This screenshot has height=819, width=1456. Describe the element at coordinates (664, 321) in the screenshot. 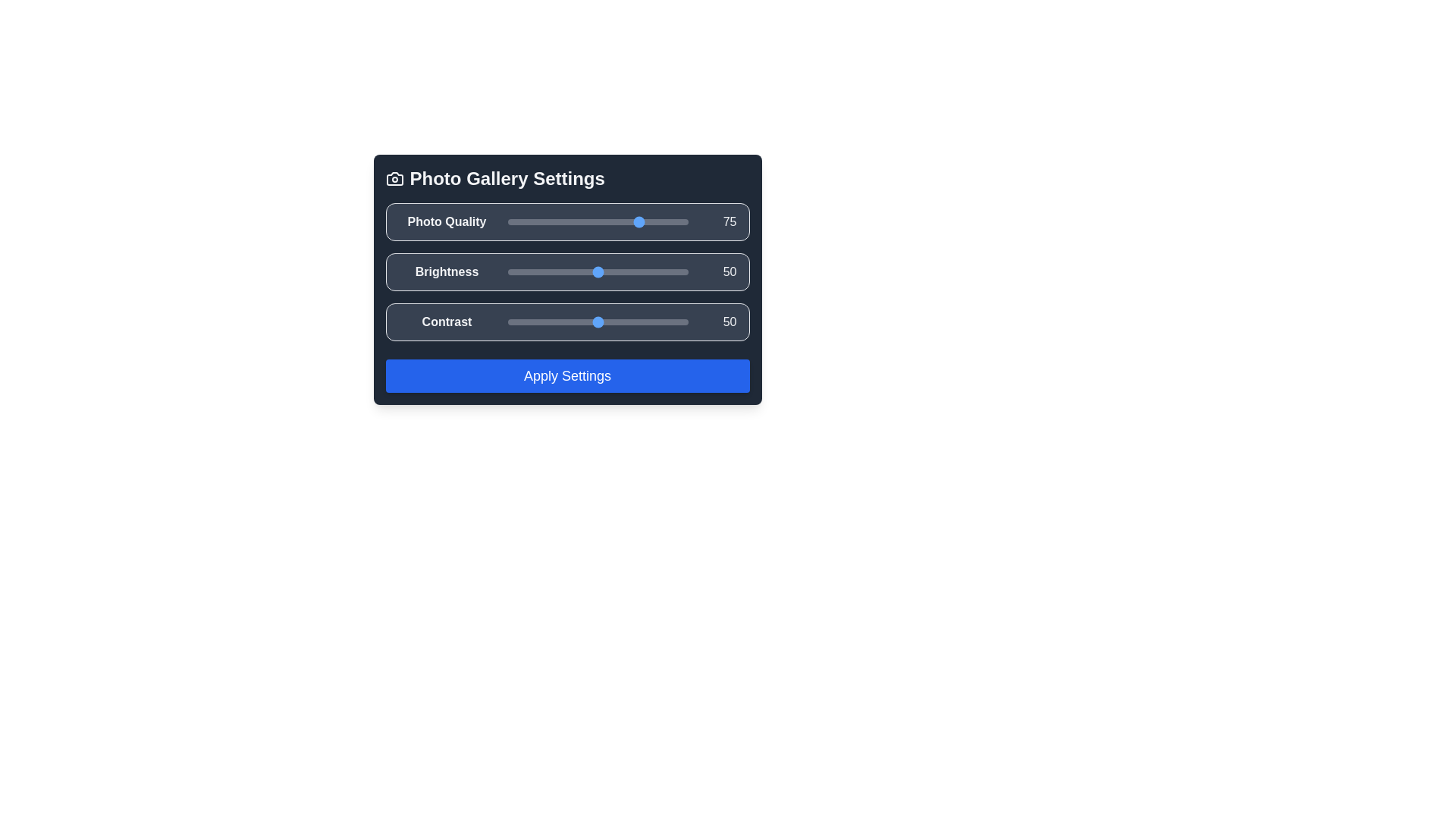

I see `the contrast level` at that location.